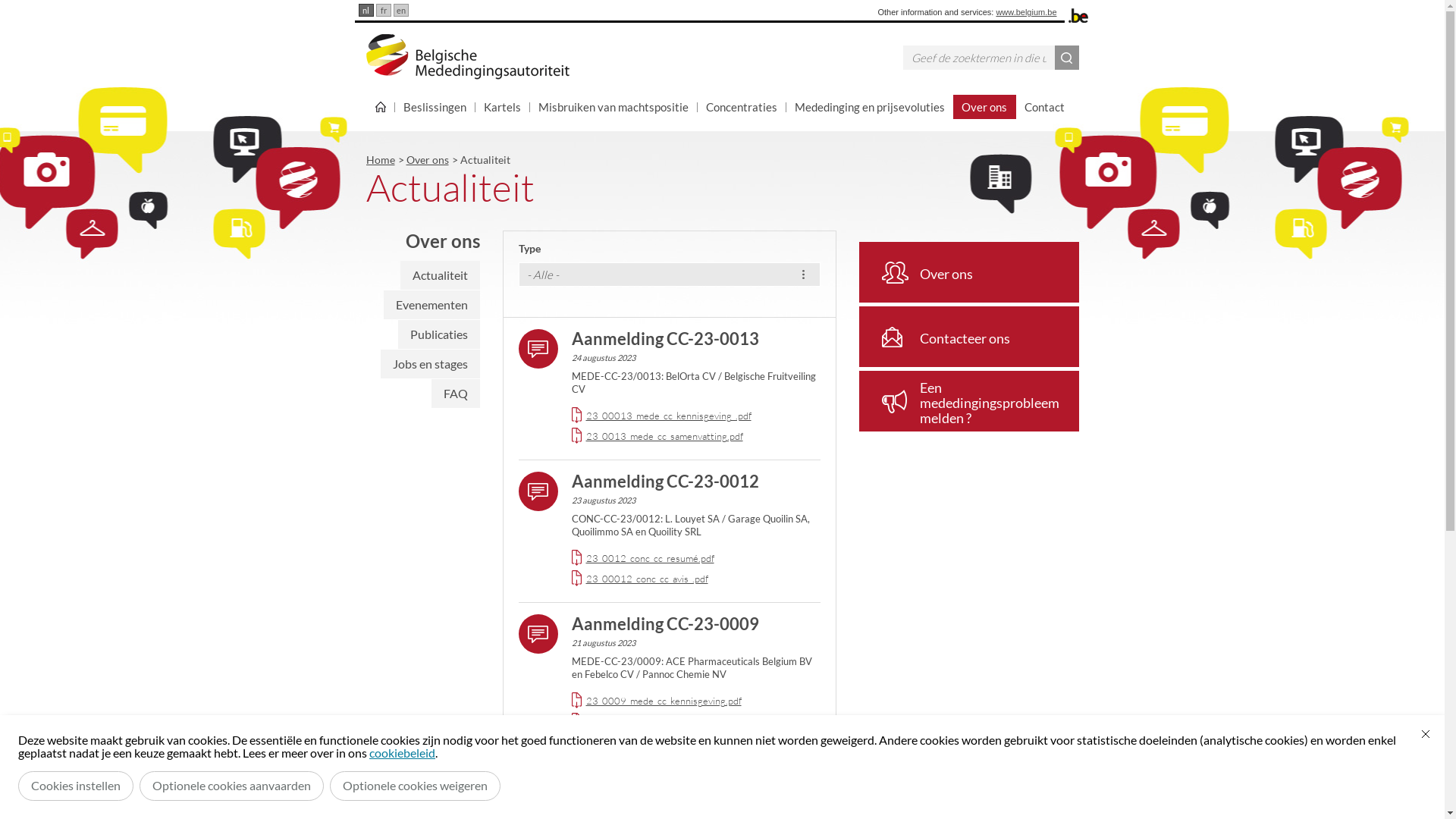 The height and width of the screenshot is (819, 1456). I want to click on '23_00012_conc_cc_avis_.pdf', so click(585, 579).